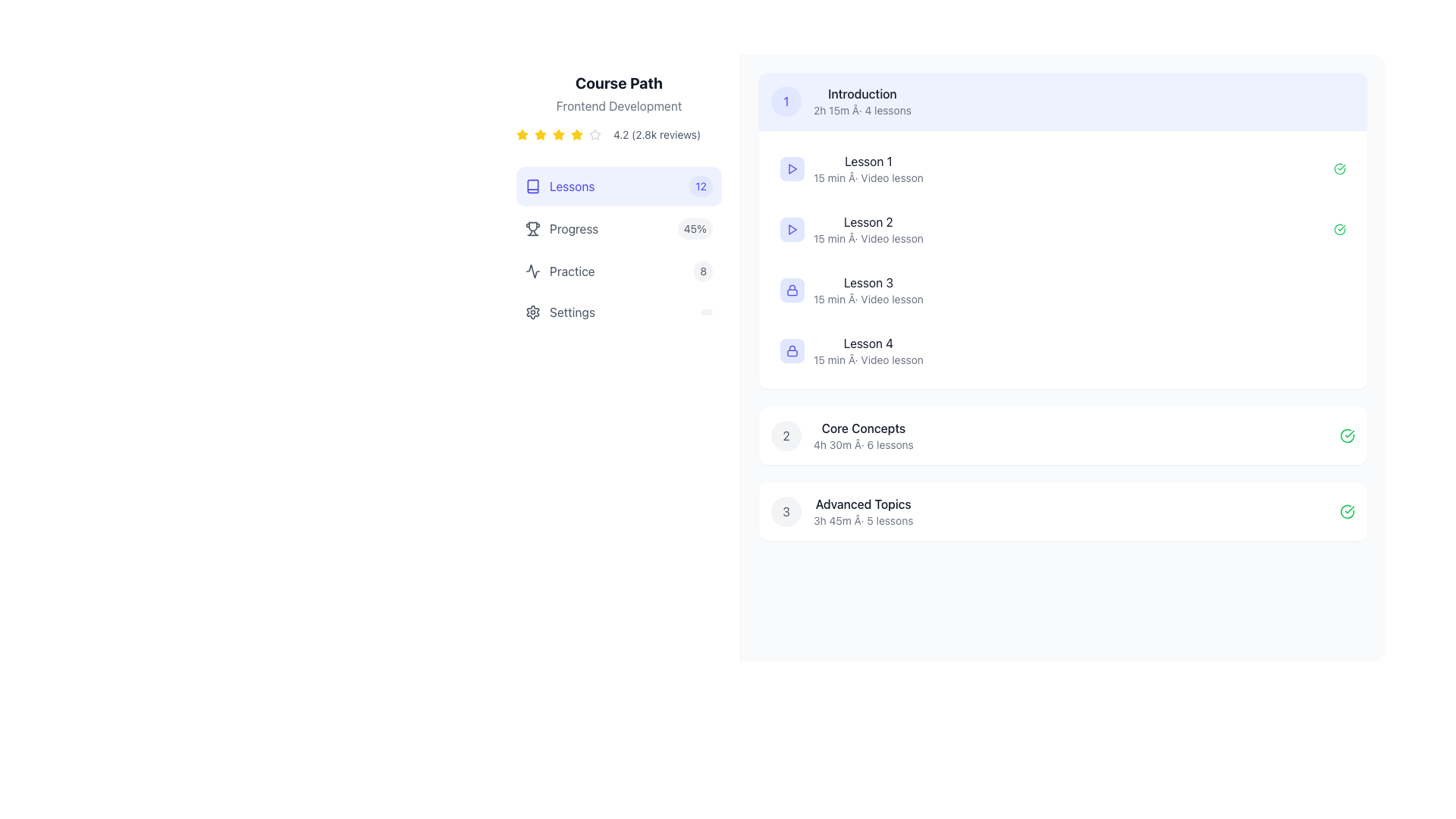 This screenshot has height=819, width=1456. Describe the element at coordinates (841, 512) in the screenshot. I see `the third section of the course list, which provides information about the topic, duration, and number of lessons` at that location.